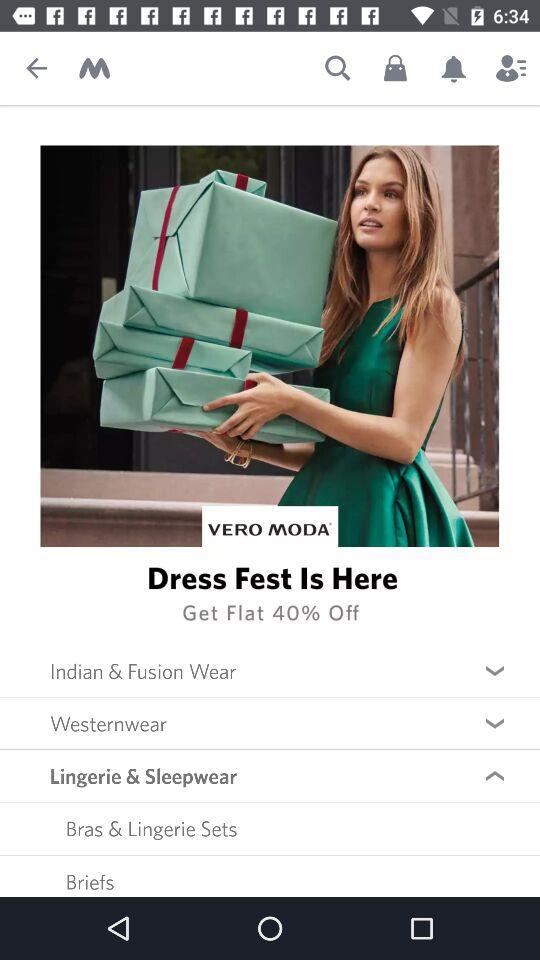 This screenshot has height=960, width=540. Describe the element at coordinates (337, 68) in the screenshot. I see `search input option` at that location.